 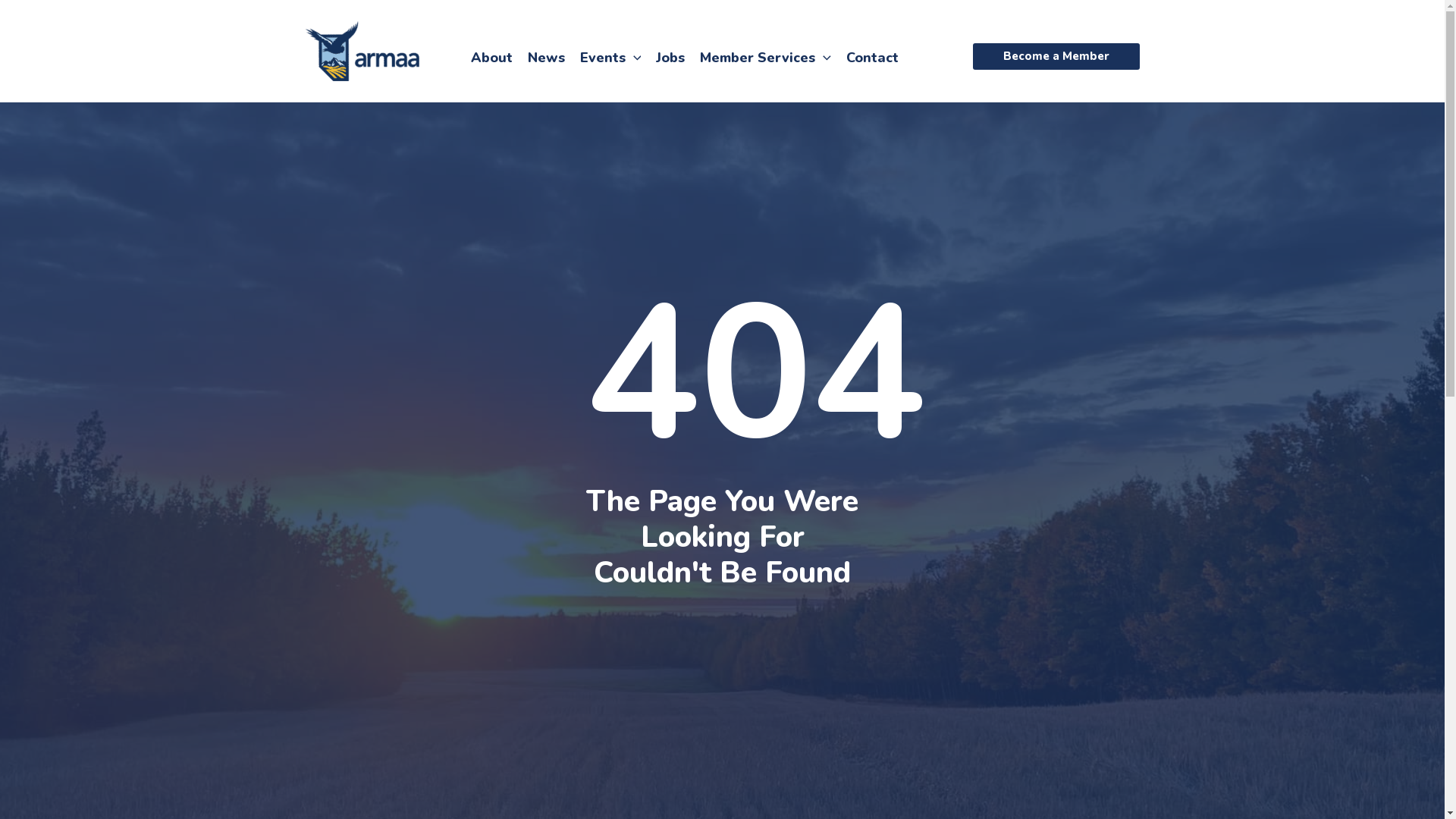 What do you see at coordinates (837, 55) in the screenshot?
I see `'Contact'` at bounding box center [837, 55].